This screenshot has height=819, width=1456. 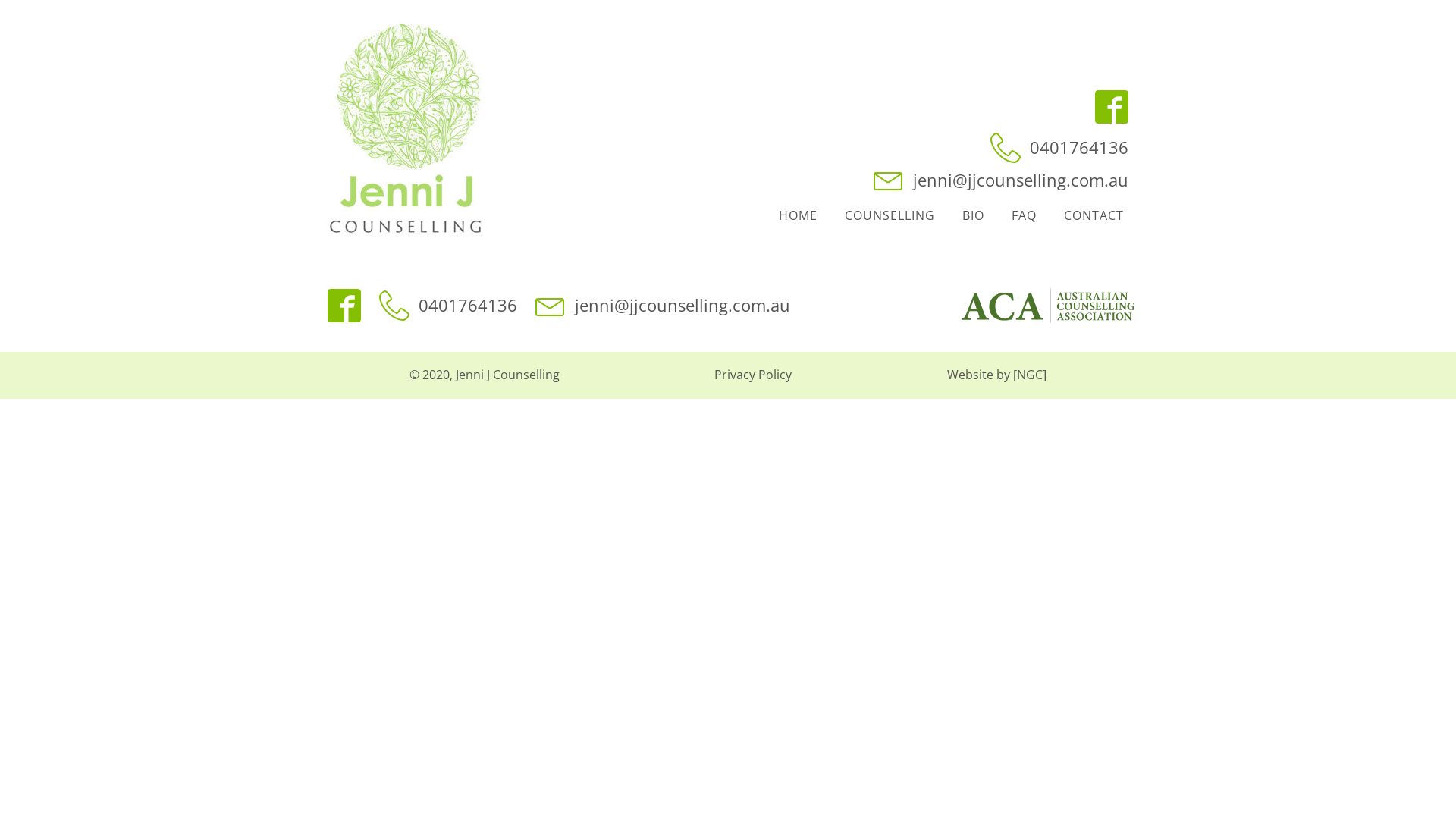 I want to click on 'COUNSELLING', so click(x=830, y=216).